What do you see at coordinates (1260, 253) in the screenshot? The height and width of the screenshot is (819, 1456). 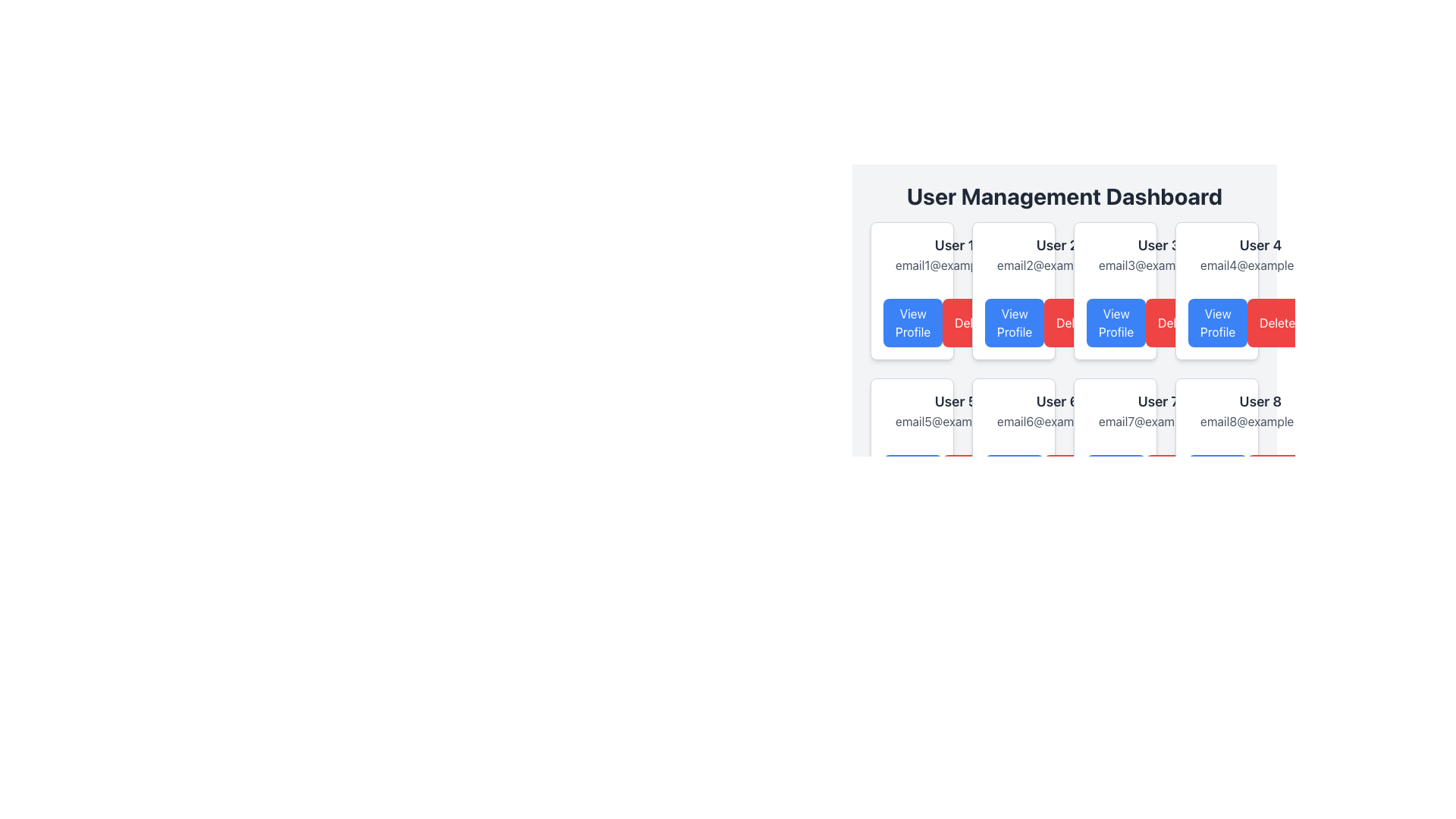 I see `the text block displaying 'User 4' and 'email4@example.com' in the user management dashboard UI` at bounding box center [1260, 253].